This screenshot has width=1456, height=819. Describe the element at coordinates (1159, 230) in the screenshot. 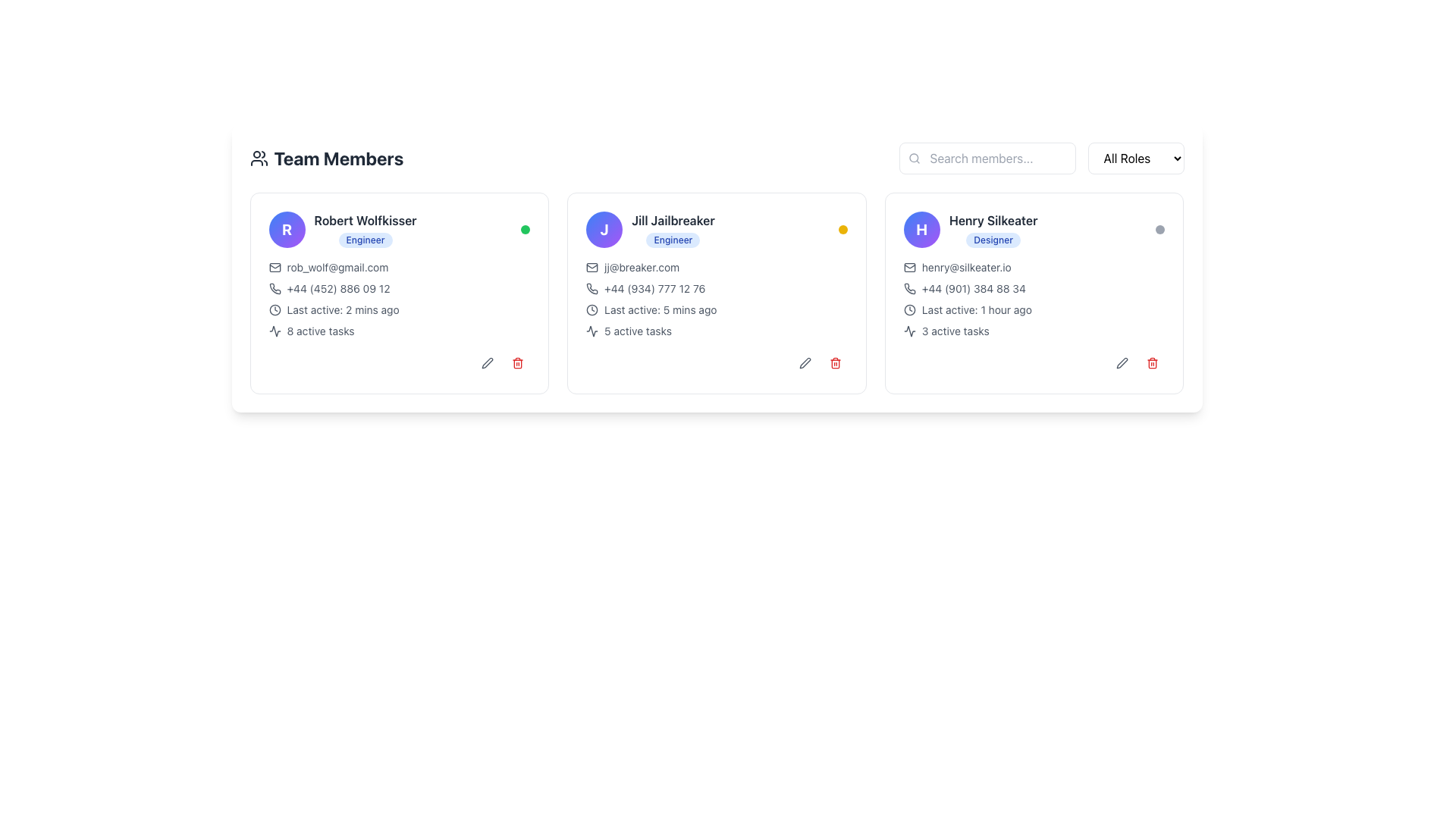

I see `the visual indicator dot located at the far right of the card for 'Henry Silkeater, Designer', which serves as a status marker` at that location.